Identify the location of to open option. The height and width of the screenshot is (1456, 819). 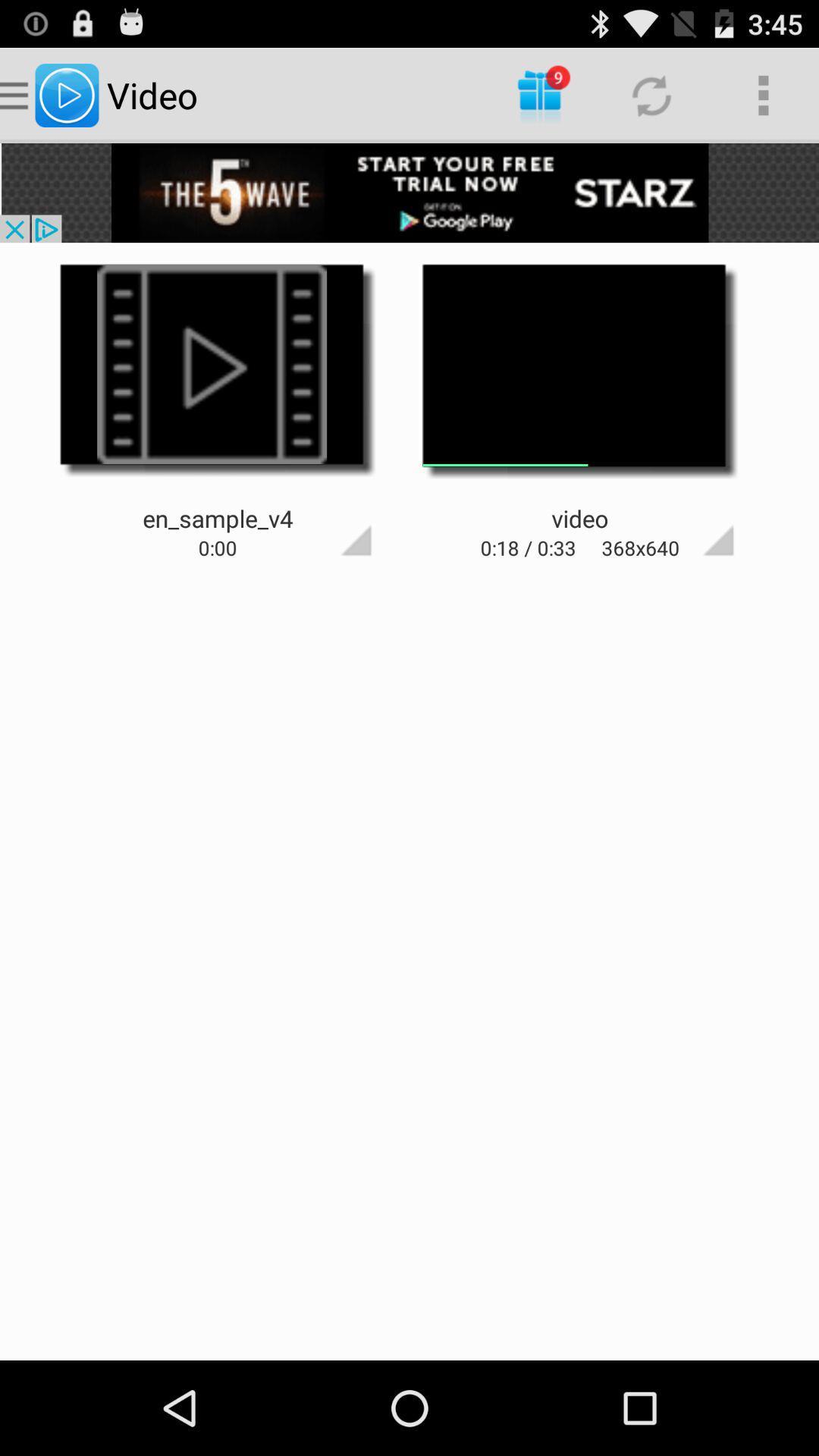
(328, 513).